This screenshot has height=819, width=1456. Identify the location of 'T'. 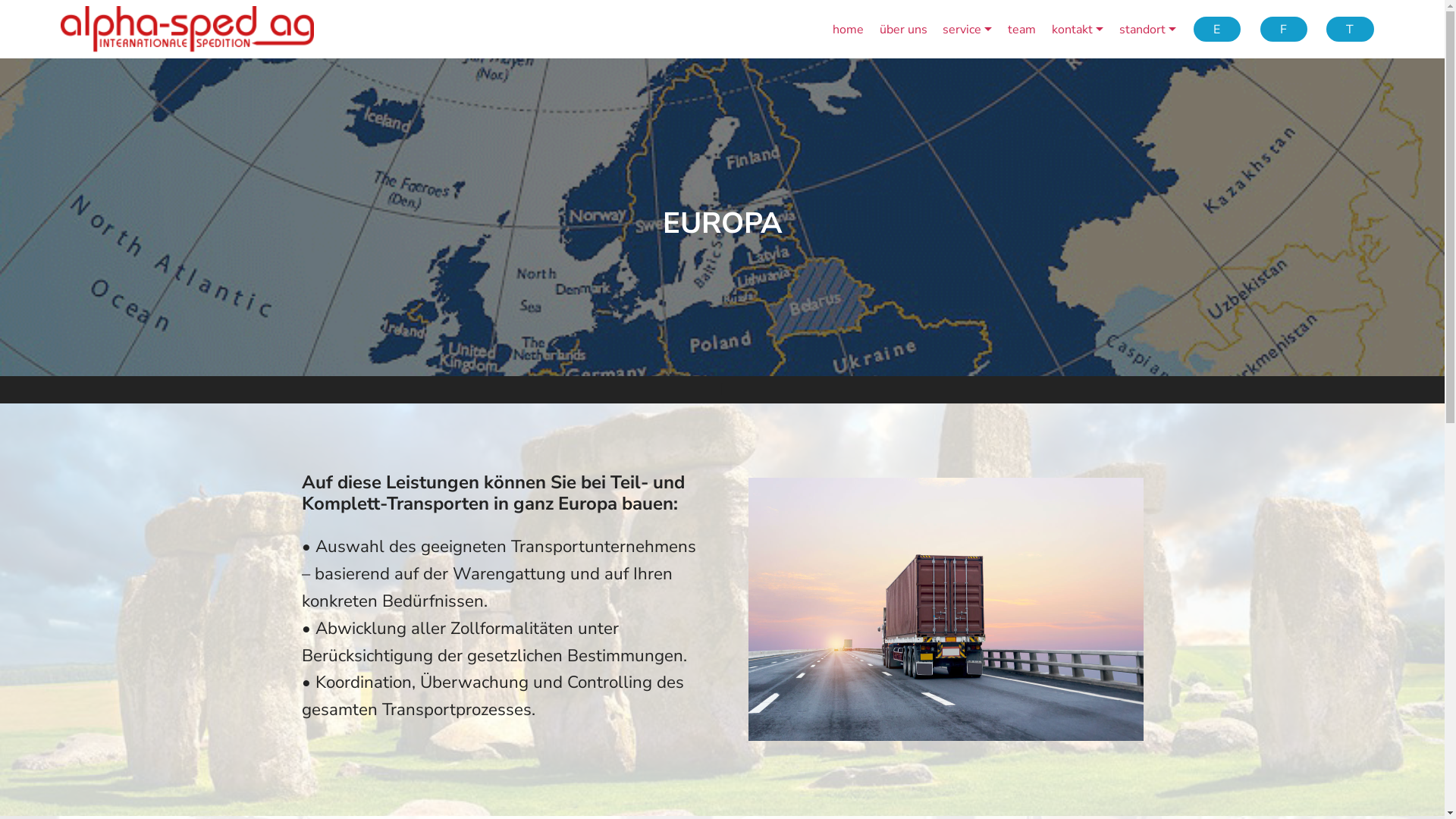
(1350, 29).